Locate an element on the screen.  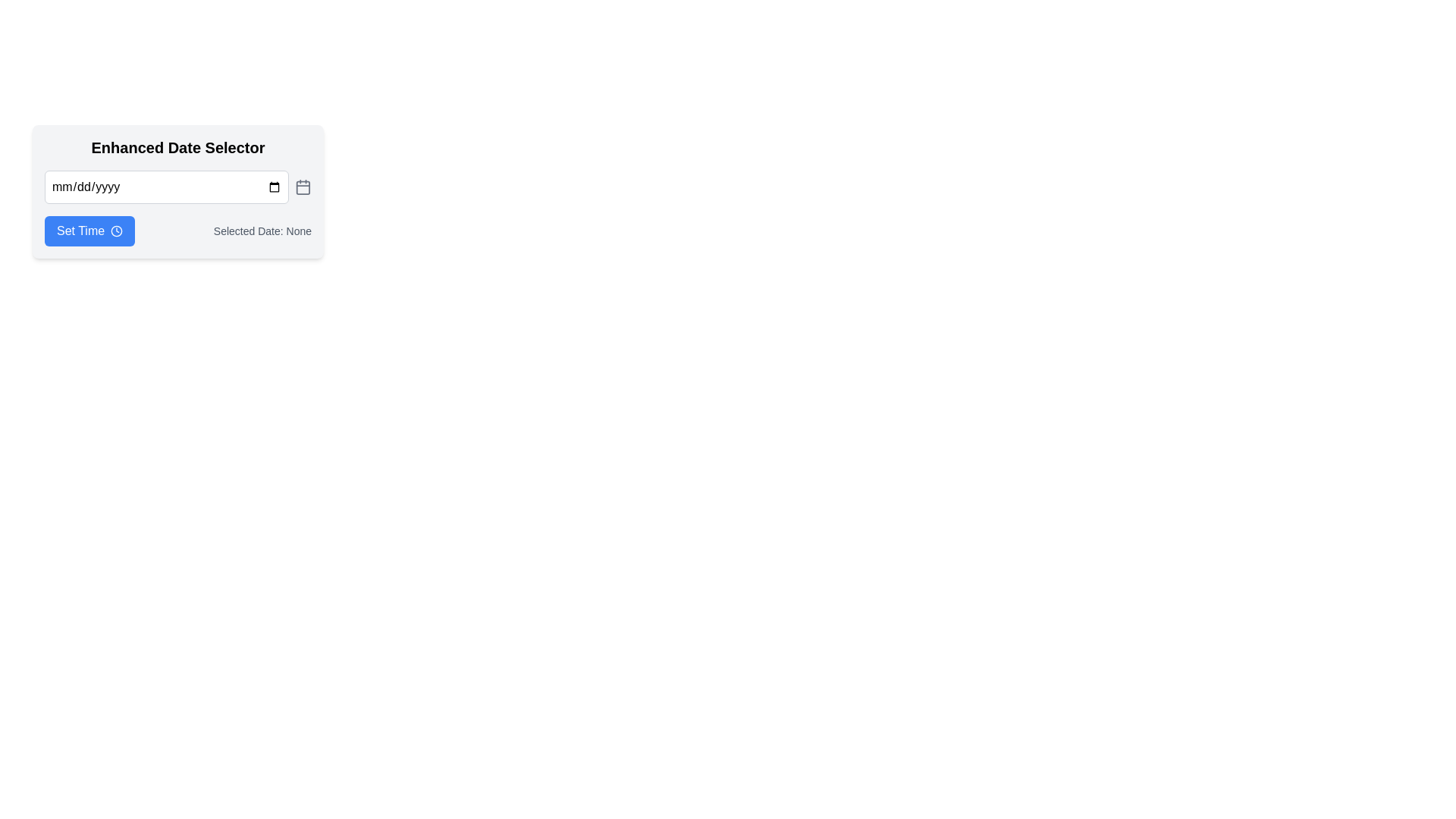
the bright blue button labeled 'Set Time' with a clock icon to observe its hover effect is located at coordinates (89, 231).